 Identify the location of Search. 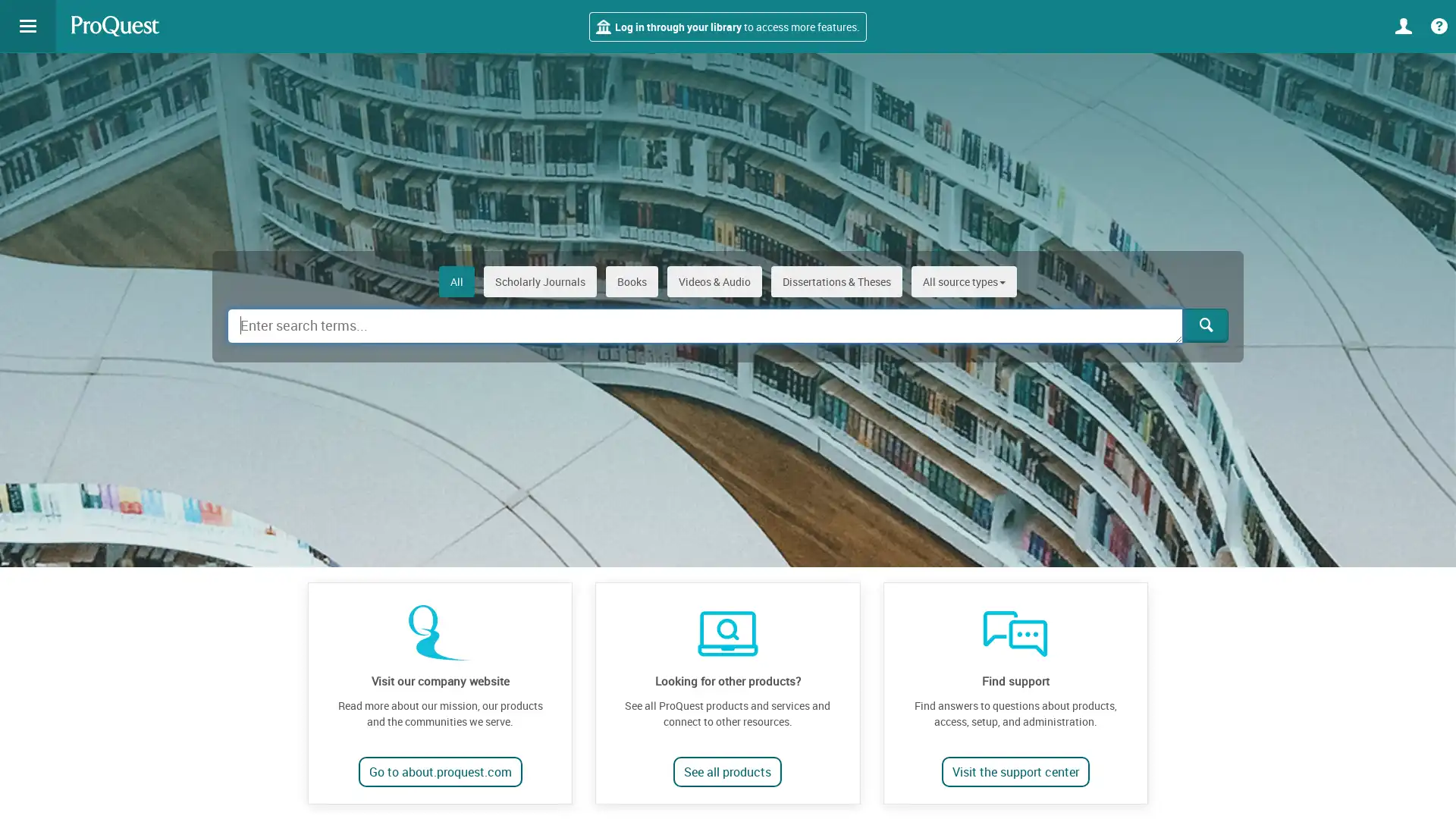
(1204, 324).